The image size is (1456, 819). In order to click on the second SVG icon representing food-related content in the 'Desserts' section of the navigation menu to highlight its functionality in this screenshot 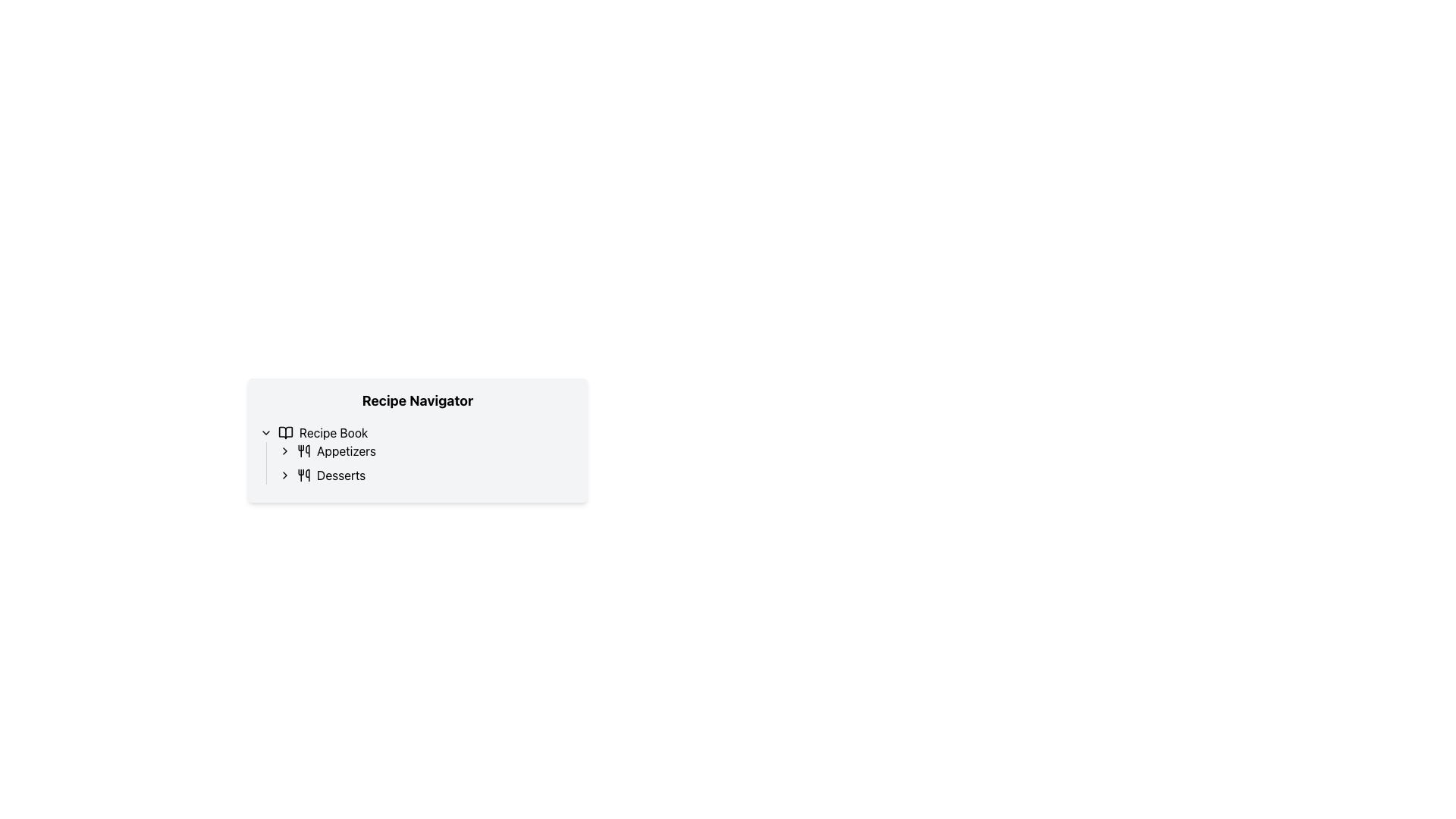, I will do `click(303, 475)`.